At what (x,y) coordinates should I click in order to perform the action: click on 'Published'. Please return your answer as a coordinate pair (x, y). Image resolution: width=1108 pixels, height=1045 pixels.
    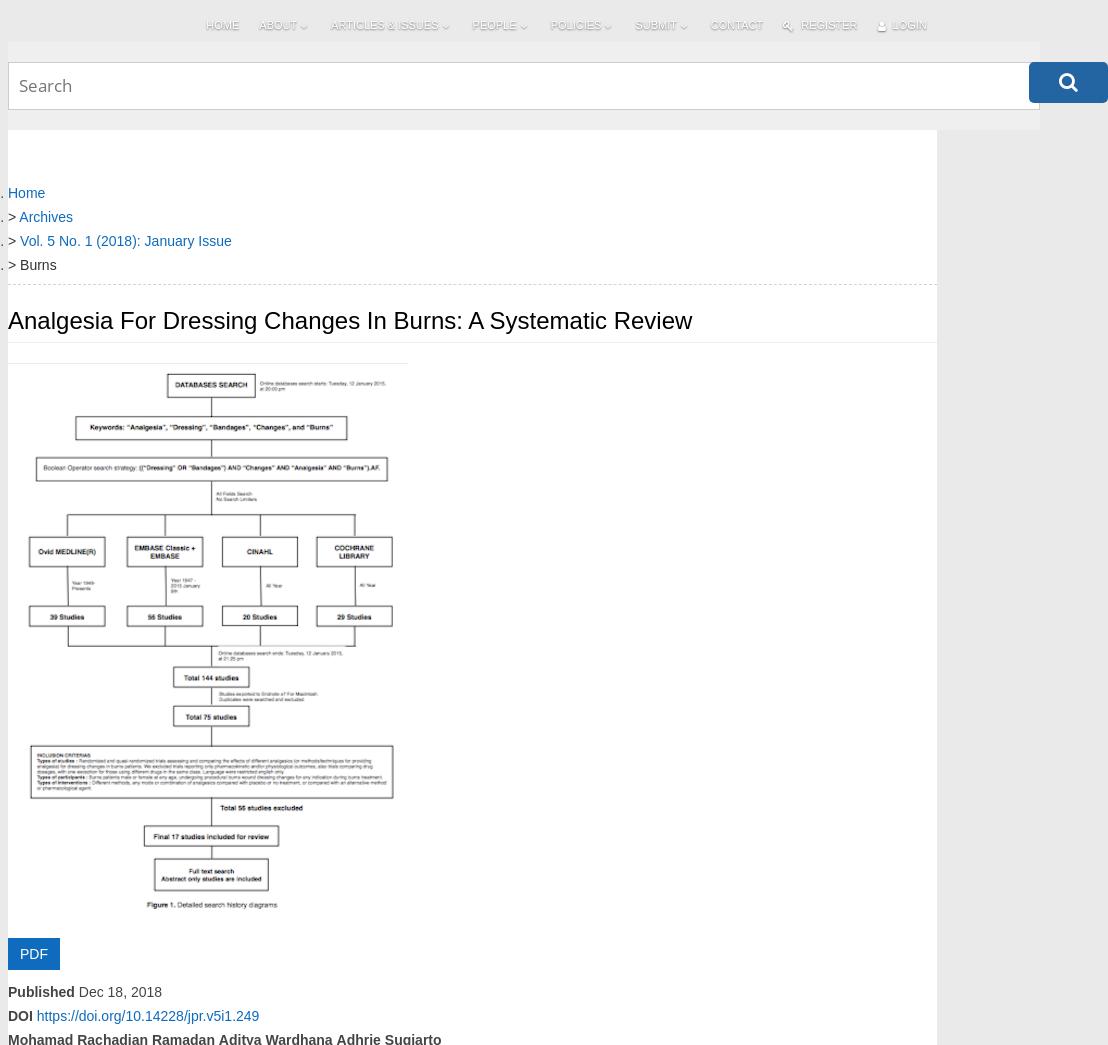
    Looking at the image, I should click on (7, 990).